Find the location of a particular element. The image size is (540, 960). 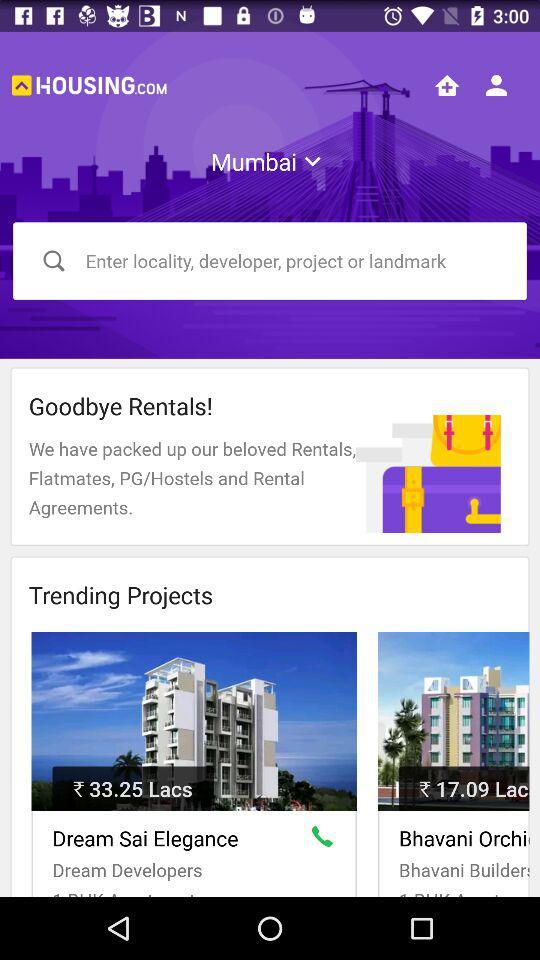

property search is located at coordinates (447, 85).